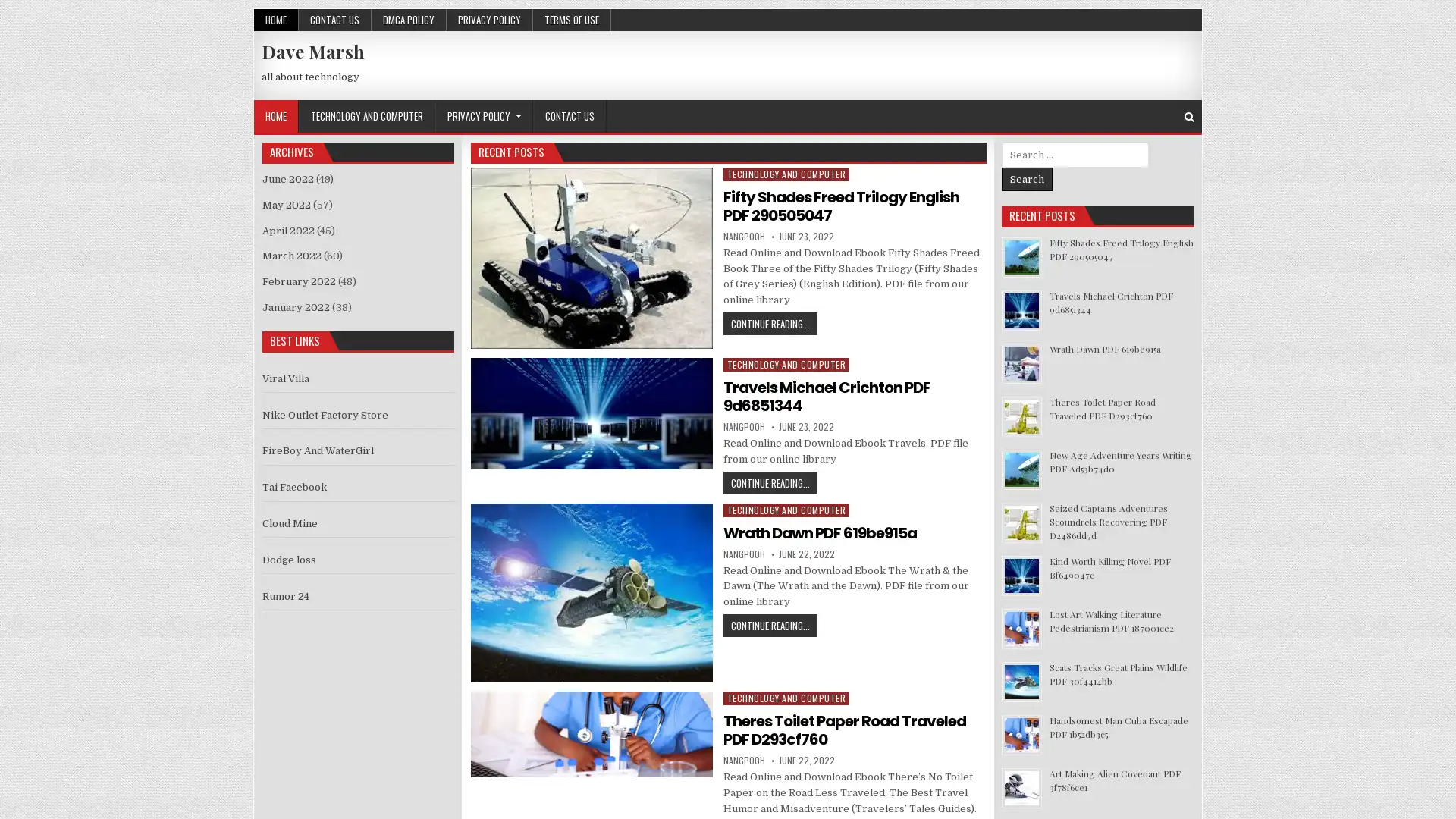 This screenshot has width=1456, height=819. What do you see at coordinates (1027, 178) in the screenshot?
I see `Search` at bounding box center [1027, 178].